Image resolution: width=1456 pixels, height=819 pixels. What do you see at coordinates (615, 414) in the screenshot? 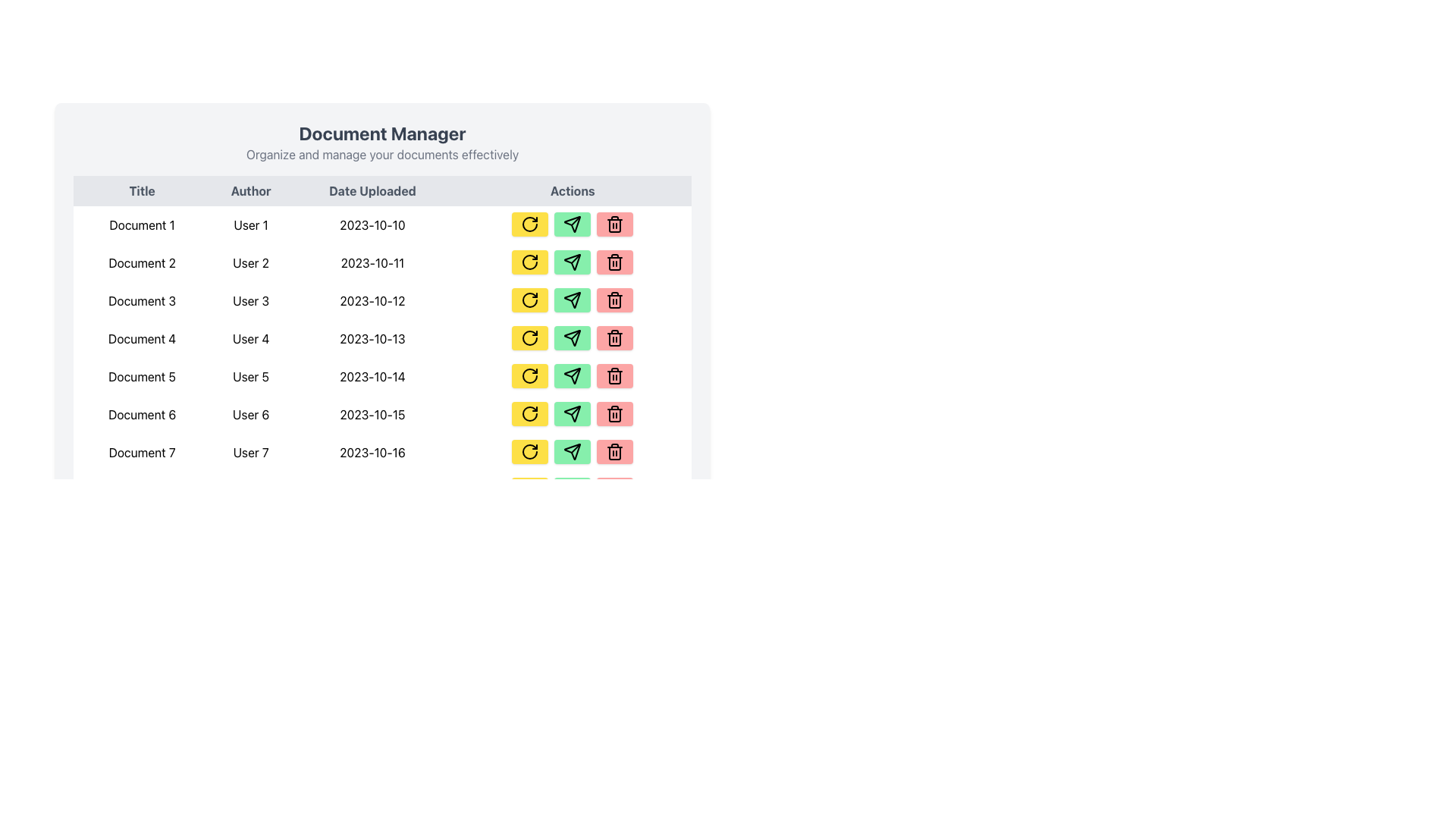
I see `the trash bin icon in the 'Actions' column of the 'Document Manager' interface` at bounding box center [615, 414].